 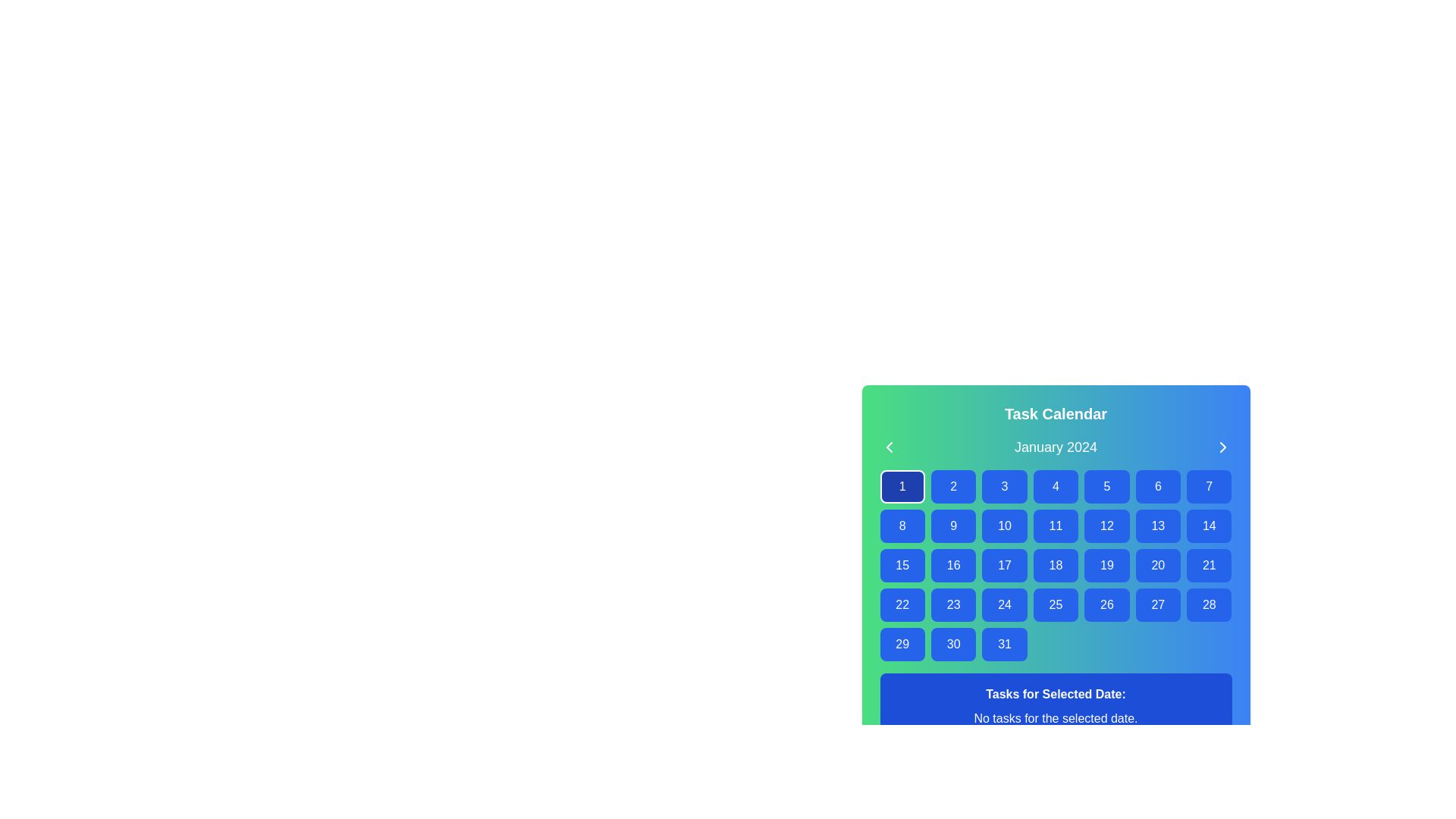 I want to click on the calendar date button representing the 27th day of the month located in the last week row of the calendar grid, specifically in the sixth column from the left, so click(x=1157, y=604).